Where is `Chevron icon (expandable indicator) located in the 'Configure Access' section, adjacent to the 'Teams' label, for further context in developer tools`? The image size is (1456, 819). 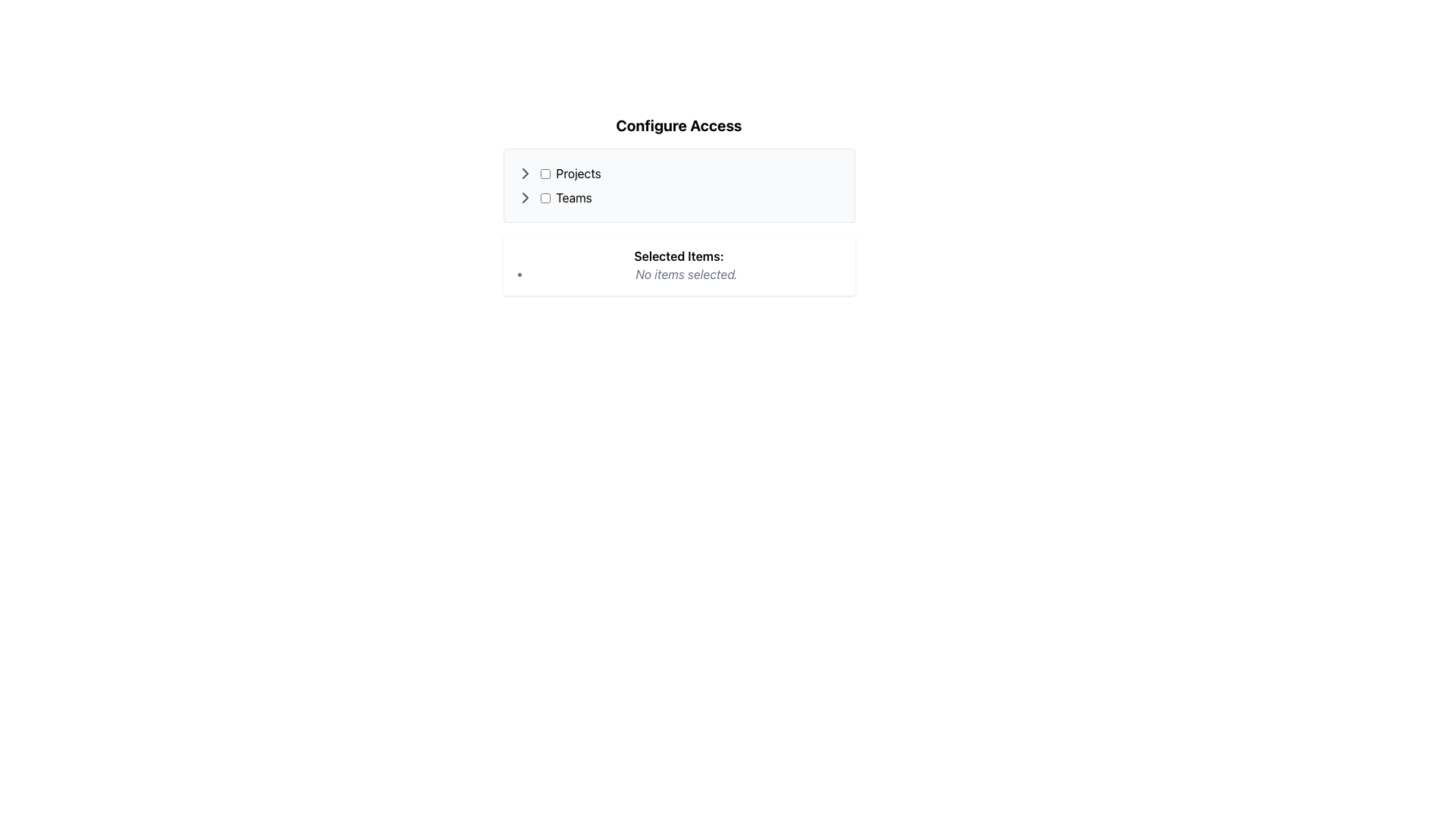 Chevron icon (expandable indicator) located in the 'Configure Access' section, adjacent to the 'Teams' label, for further context in developer tools is located at coordinates (525, 172).